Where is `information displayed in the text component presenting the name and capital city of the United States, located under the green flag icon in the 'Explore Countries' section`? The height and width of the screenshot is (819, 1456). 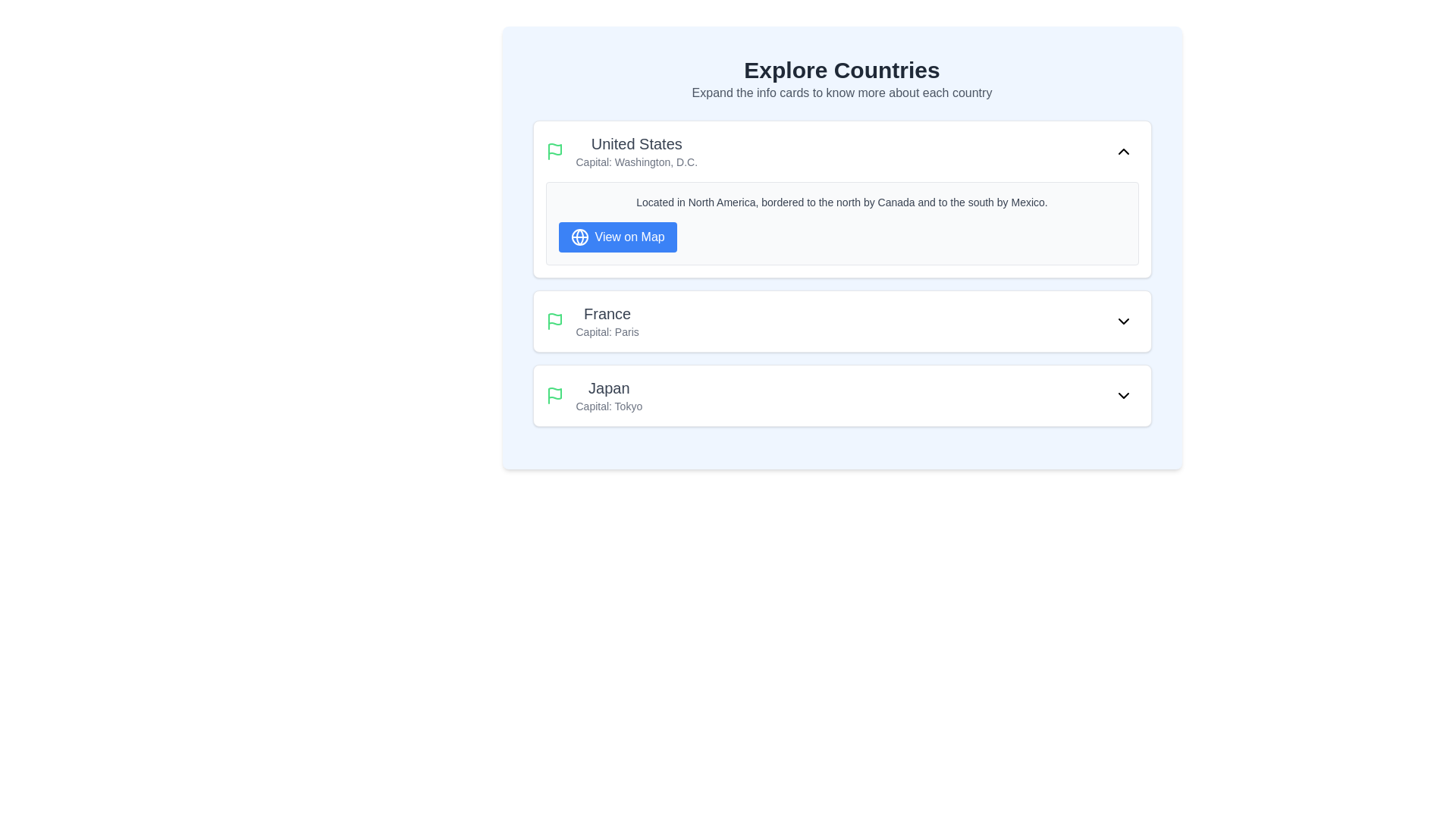 information displayed in the text component presenting the name and capital city of the United States, located under the green flag icon in the 'Explore Countries' section is located at coordinates (636, 152).